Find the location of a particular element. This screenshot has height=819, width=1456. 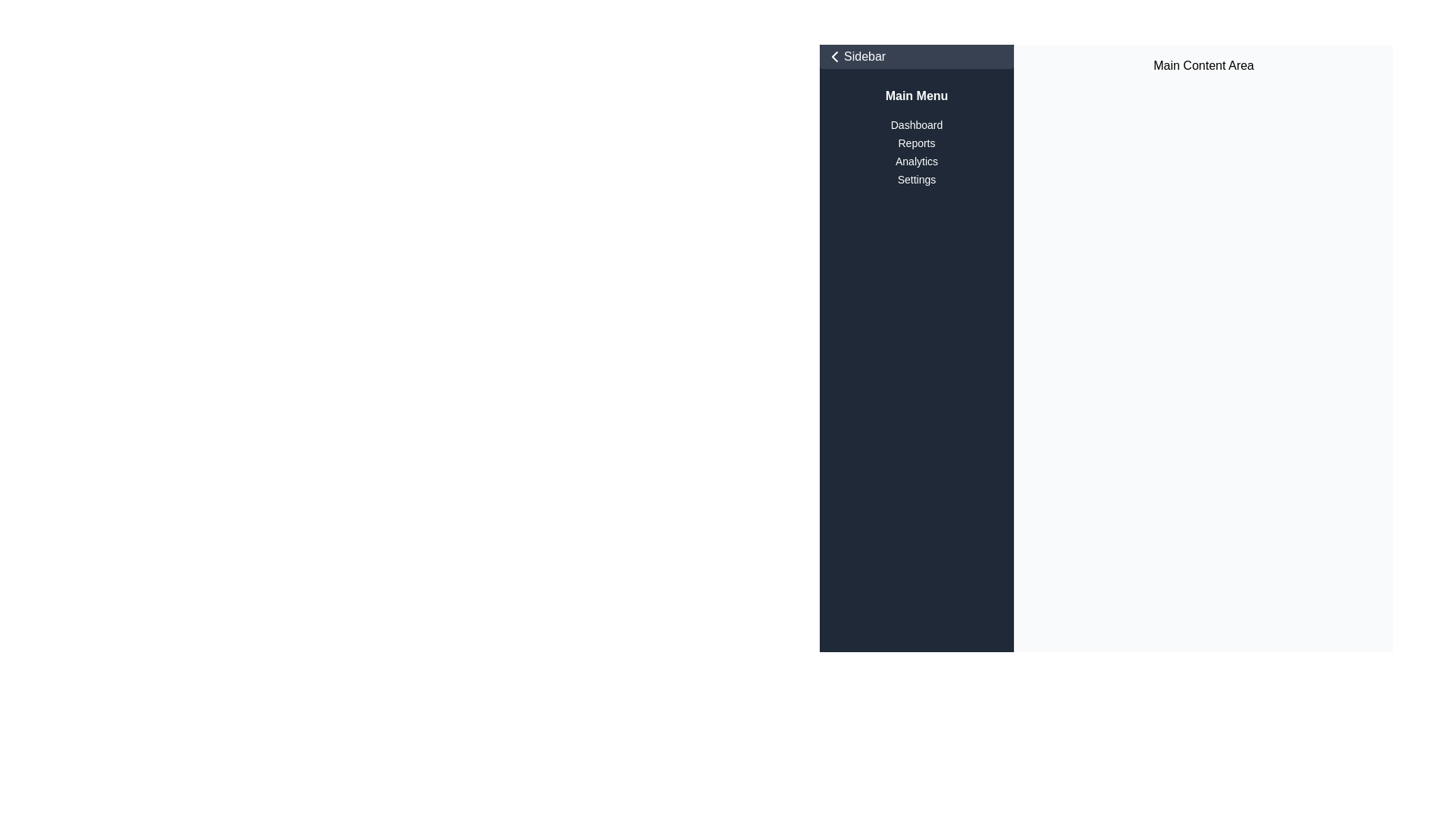

the 'Reports' text label in the sidebar menu, which is displayed in white font on a dark background and is the second item in the vertical list is located at coordinates (916, 143).